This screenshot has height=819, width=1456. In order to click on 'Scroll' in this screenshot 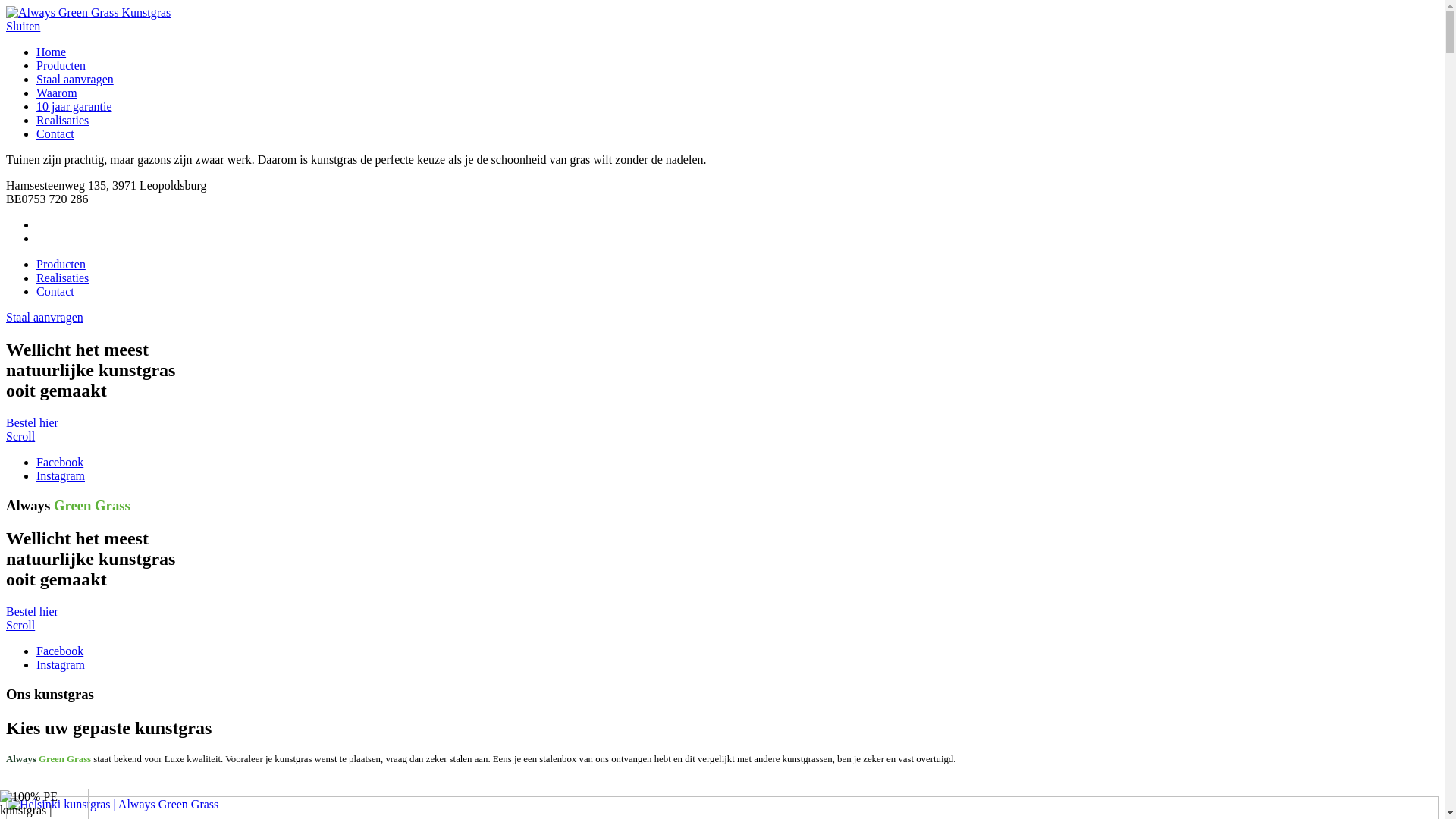, I will do `click(20, 625)`.